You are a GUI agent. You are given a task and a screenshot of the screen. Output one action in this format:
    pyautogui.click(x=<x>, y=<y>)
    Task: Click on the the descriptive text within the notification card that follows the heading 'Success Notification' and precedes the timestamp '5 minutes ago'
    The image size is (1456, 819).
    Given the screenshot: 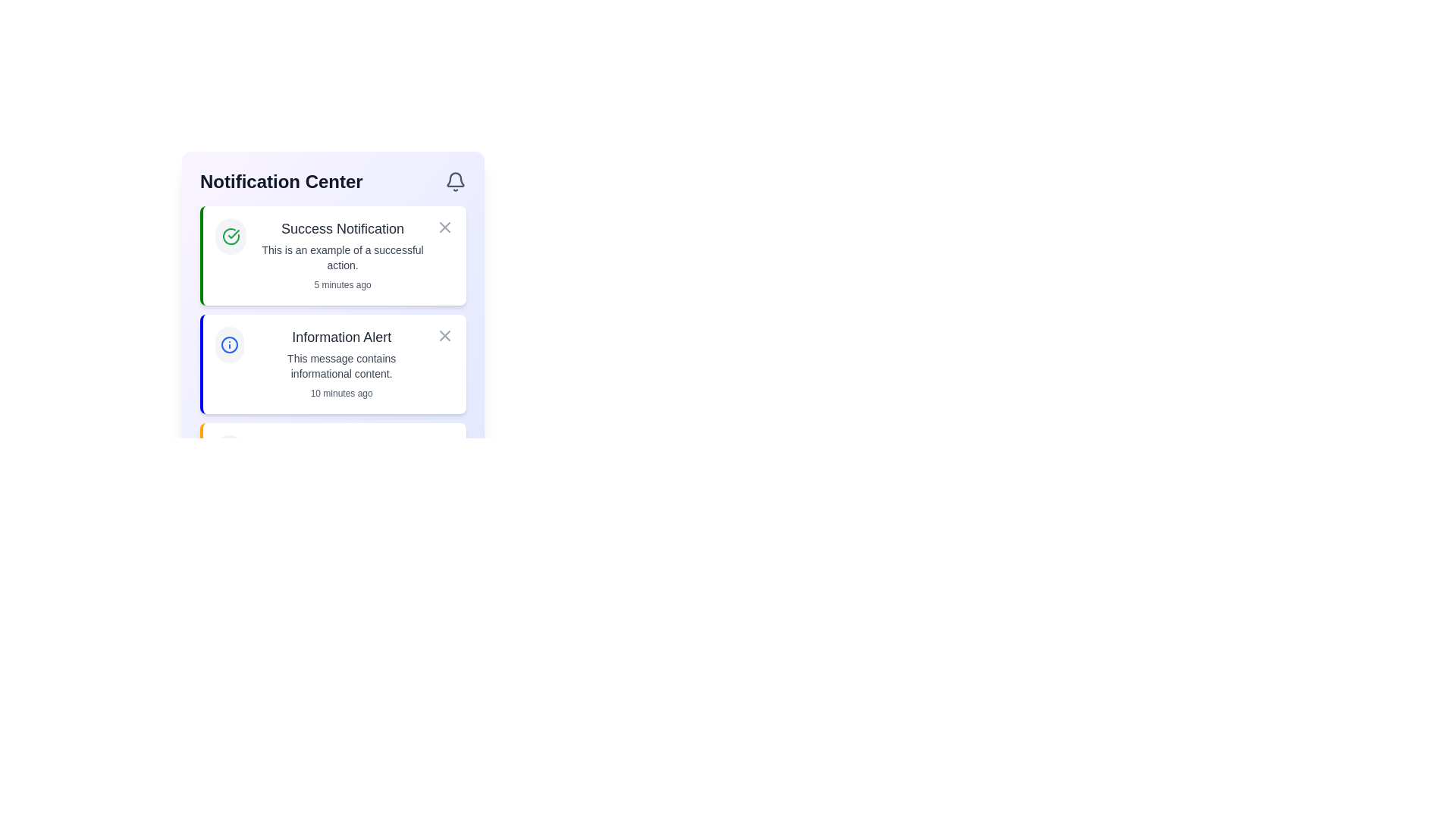 What is the action you would take?
    pyautogui.click(x=342, y=256)
    